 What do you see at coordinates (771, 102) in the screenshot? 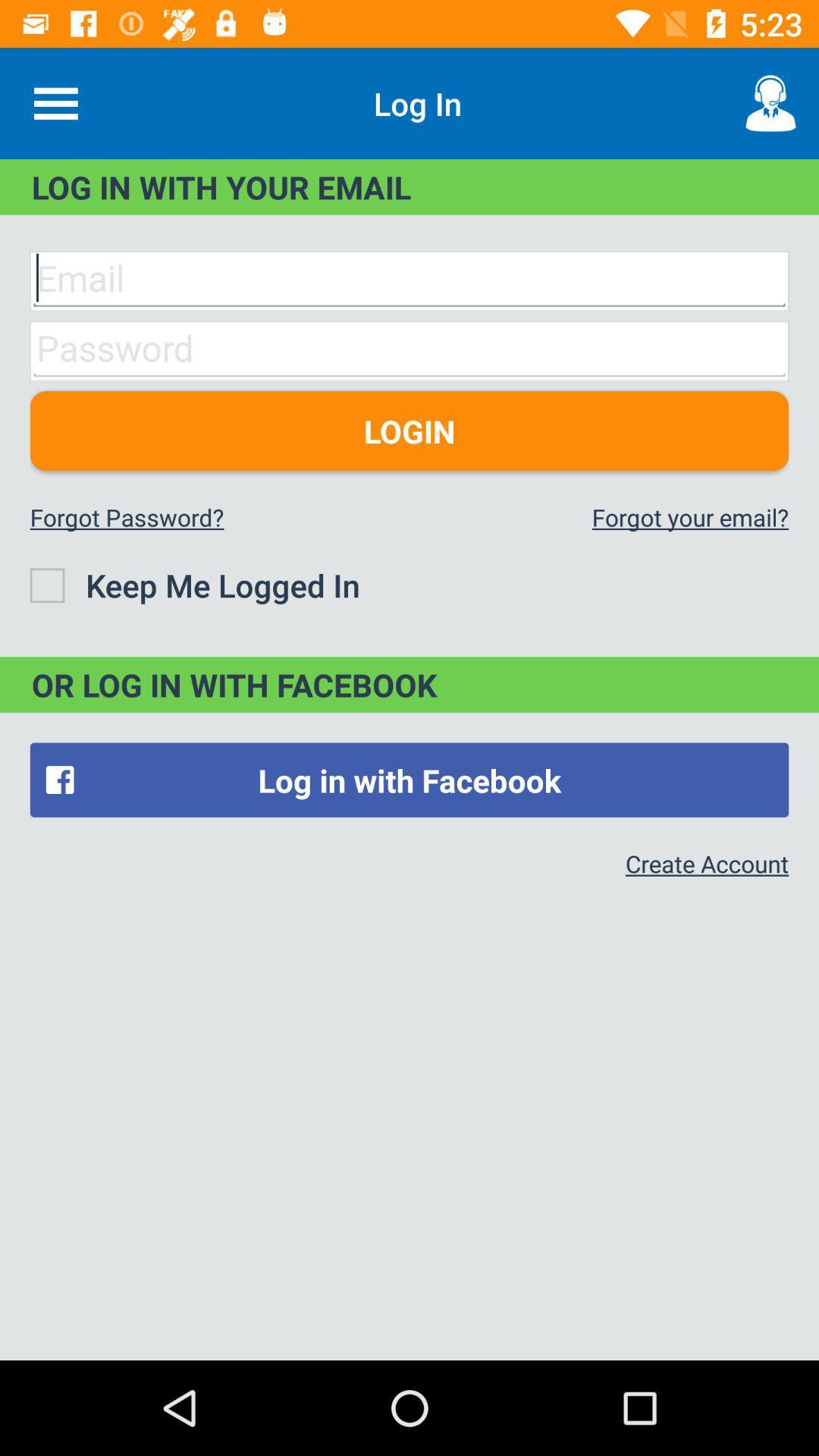
I see `the icon to the right of the log in` at bounding box center [771, 102].